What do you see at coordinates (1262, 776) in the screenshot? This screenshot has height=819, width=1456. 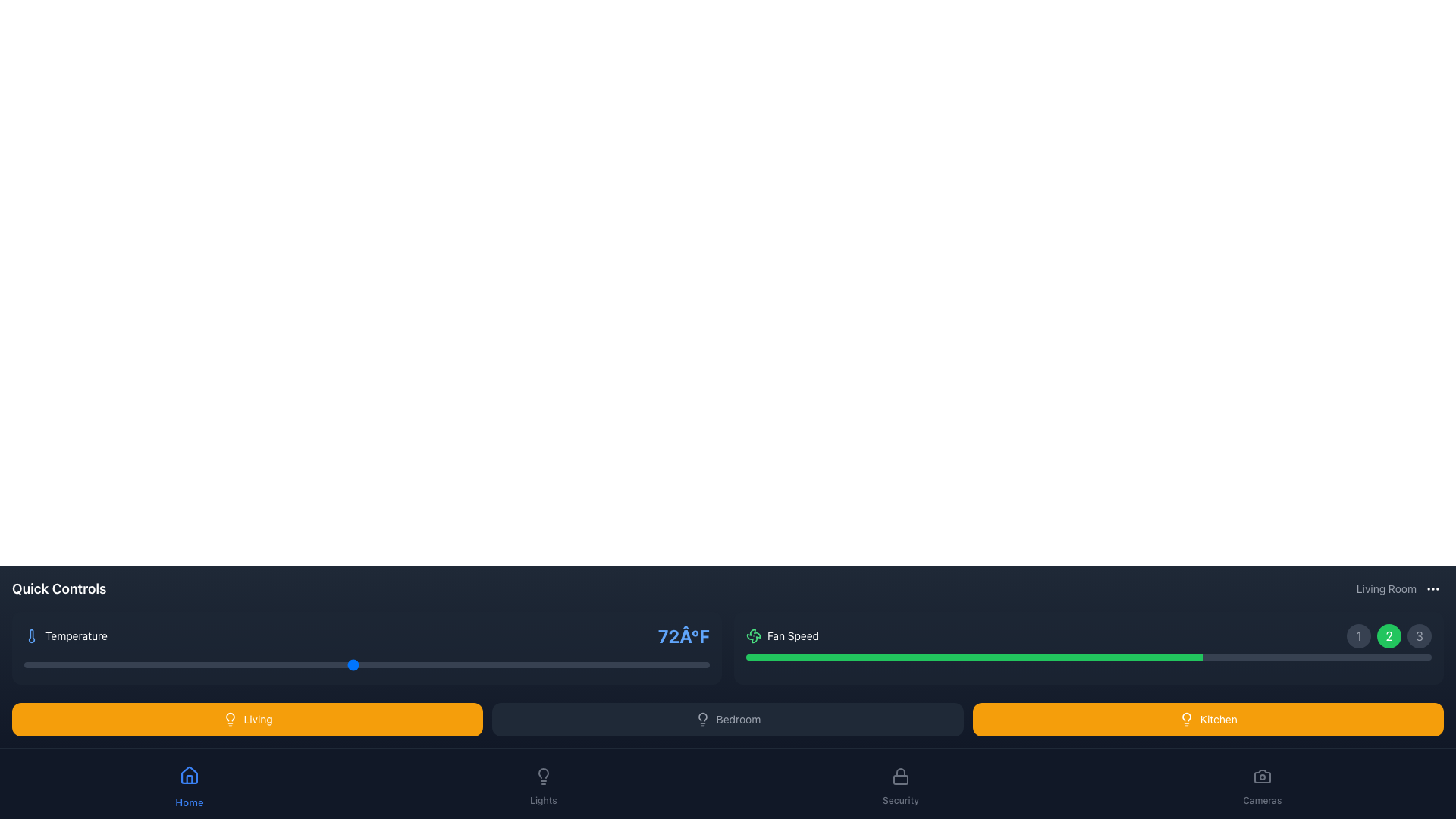 I see `the camera icon located at the bottom-right of the interface, which features a rectangular body with rounded edges and a circular lens` at bounding box center [1262, 776].